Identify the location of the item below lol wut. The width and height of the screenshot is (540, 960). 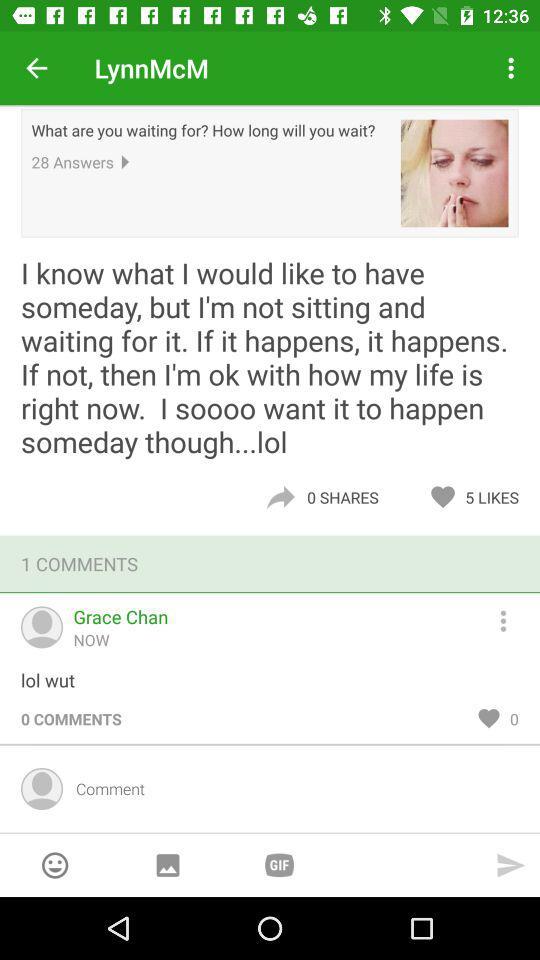
(70, 719).